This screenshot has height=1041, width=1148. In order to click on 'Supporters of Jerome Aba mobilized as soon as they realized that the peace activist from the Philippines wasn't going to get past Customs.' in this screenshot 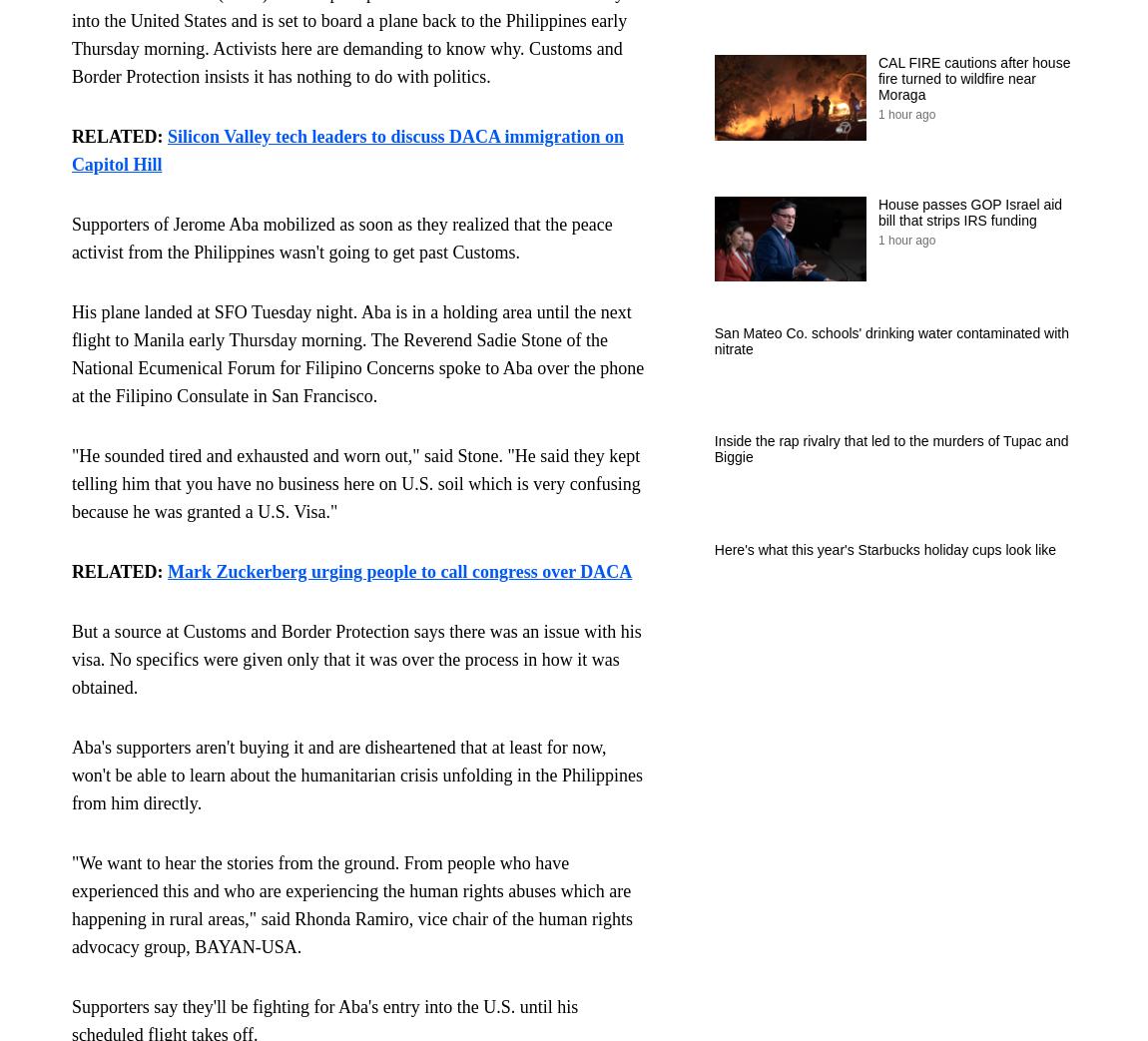, I will do `click(69, 238)`.